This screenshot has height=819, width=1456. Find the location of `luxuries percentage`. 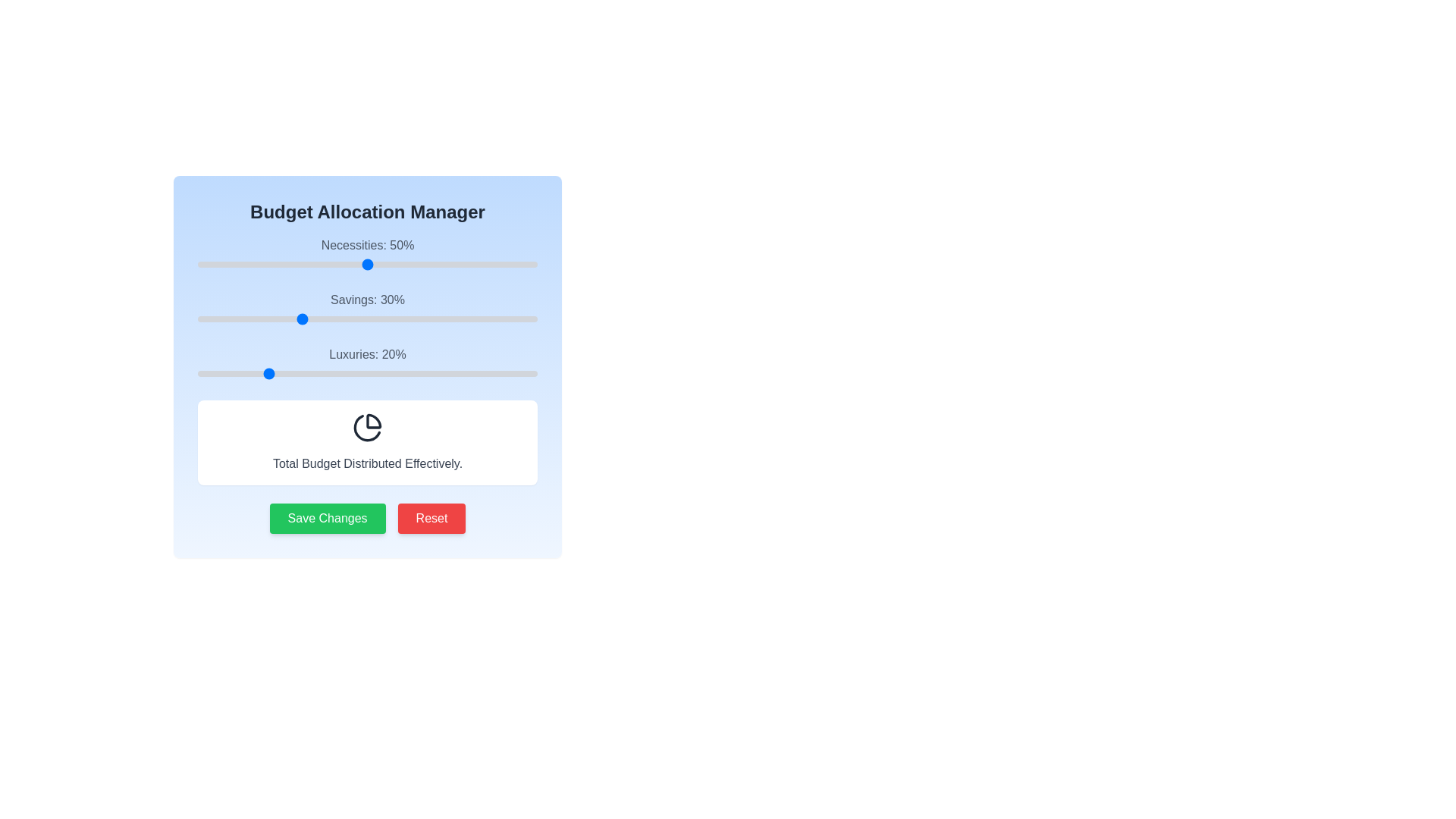

luxuries percentage is located at coordinates (245, 374).